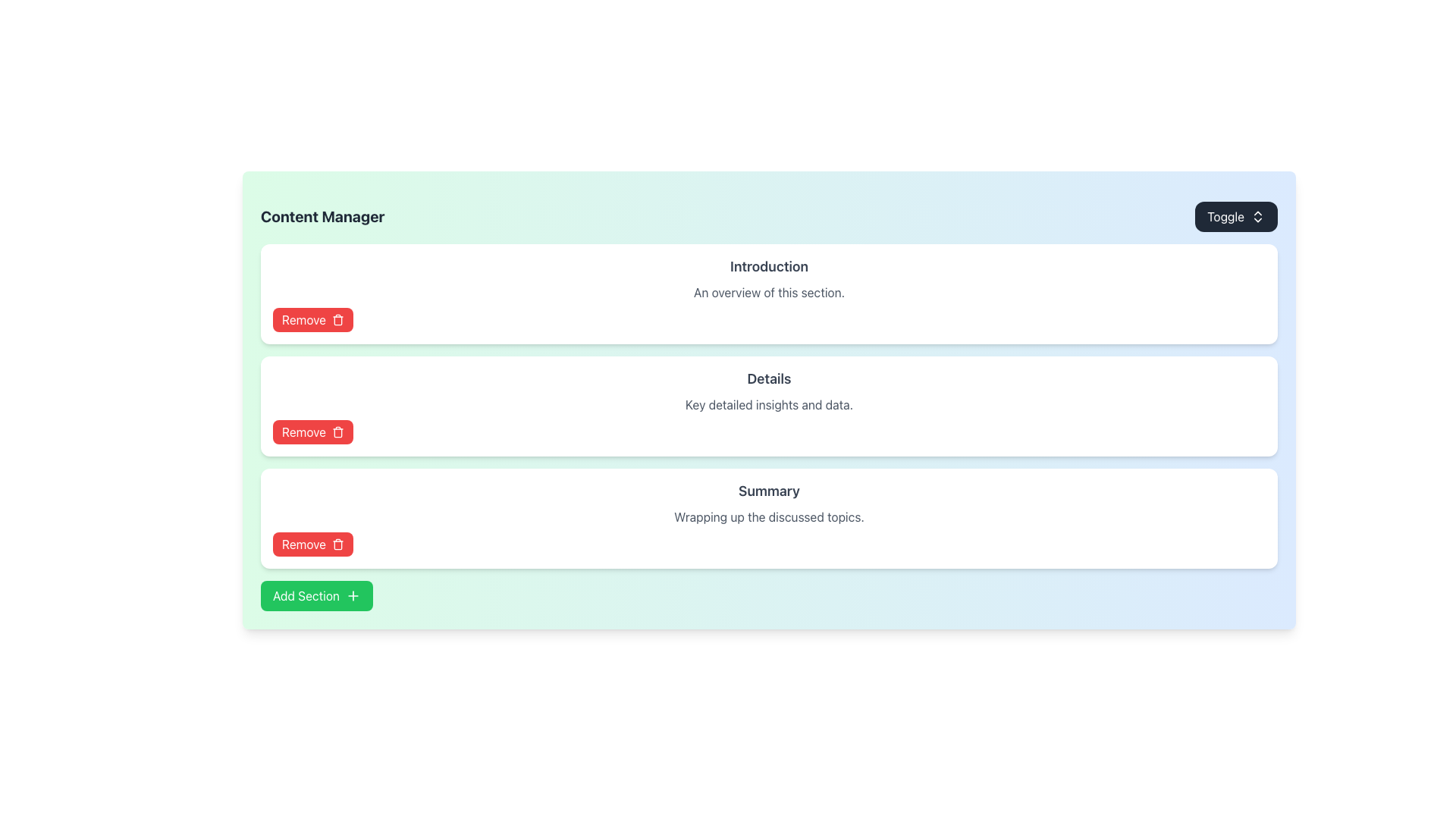 Image resolution: width=1456 pixels, height=819 pixels. Describe the element at coordinates (337, 318) in the screenshot. I see `the small, red trash icon located to the right of the 'Remove' text on the red button` at that location.